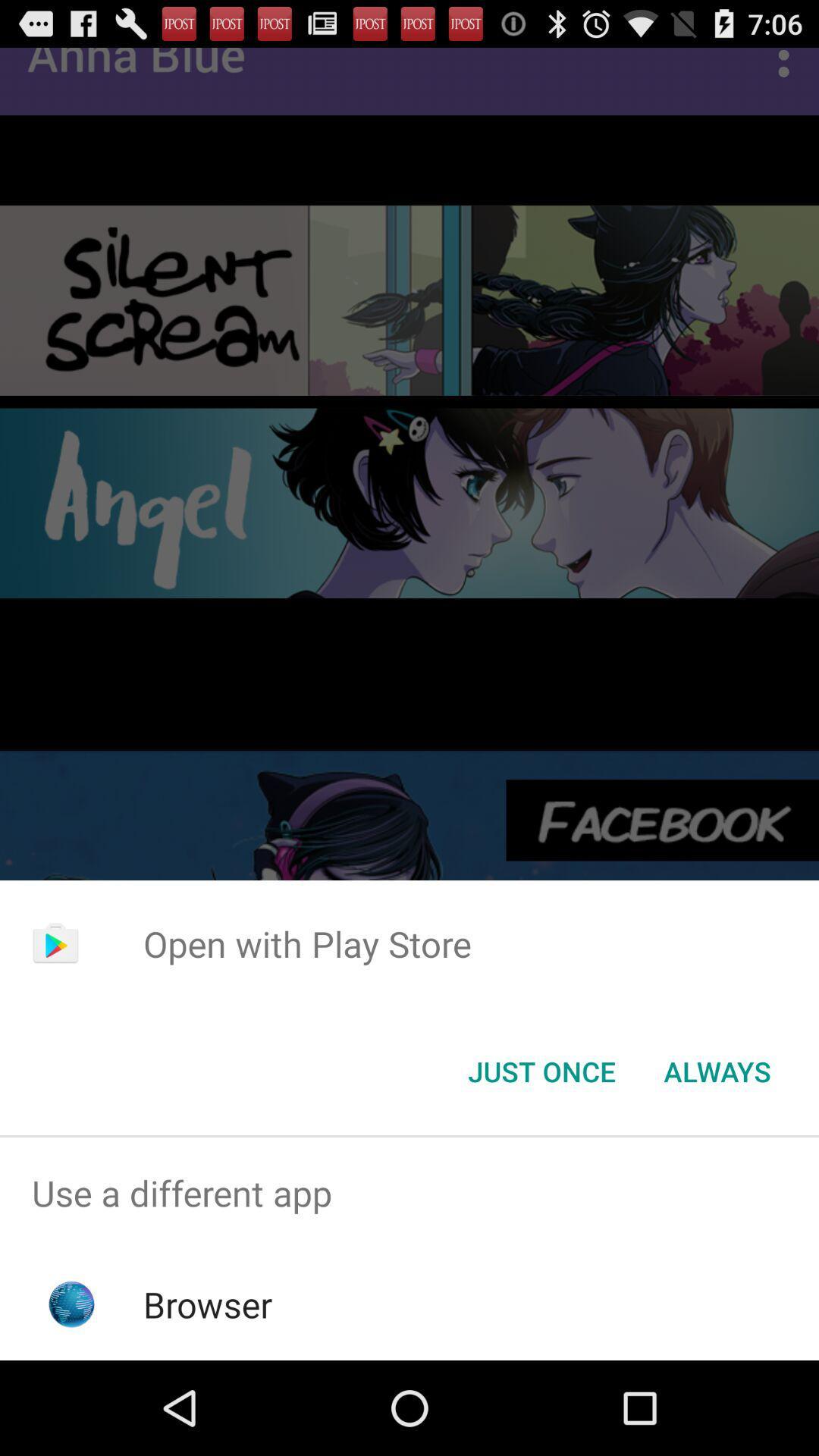 The image size is (819, 1456). What do you see at coordinates (717, 1070) in the screenshot?
I see `the icon to the right of the just once` at bounding box center [717, 1070].